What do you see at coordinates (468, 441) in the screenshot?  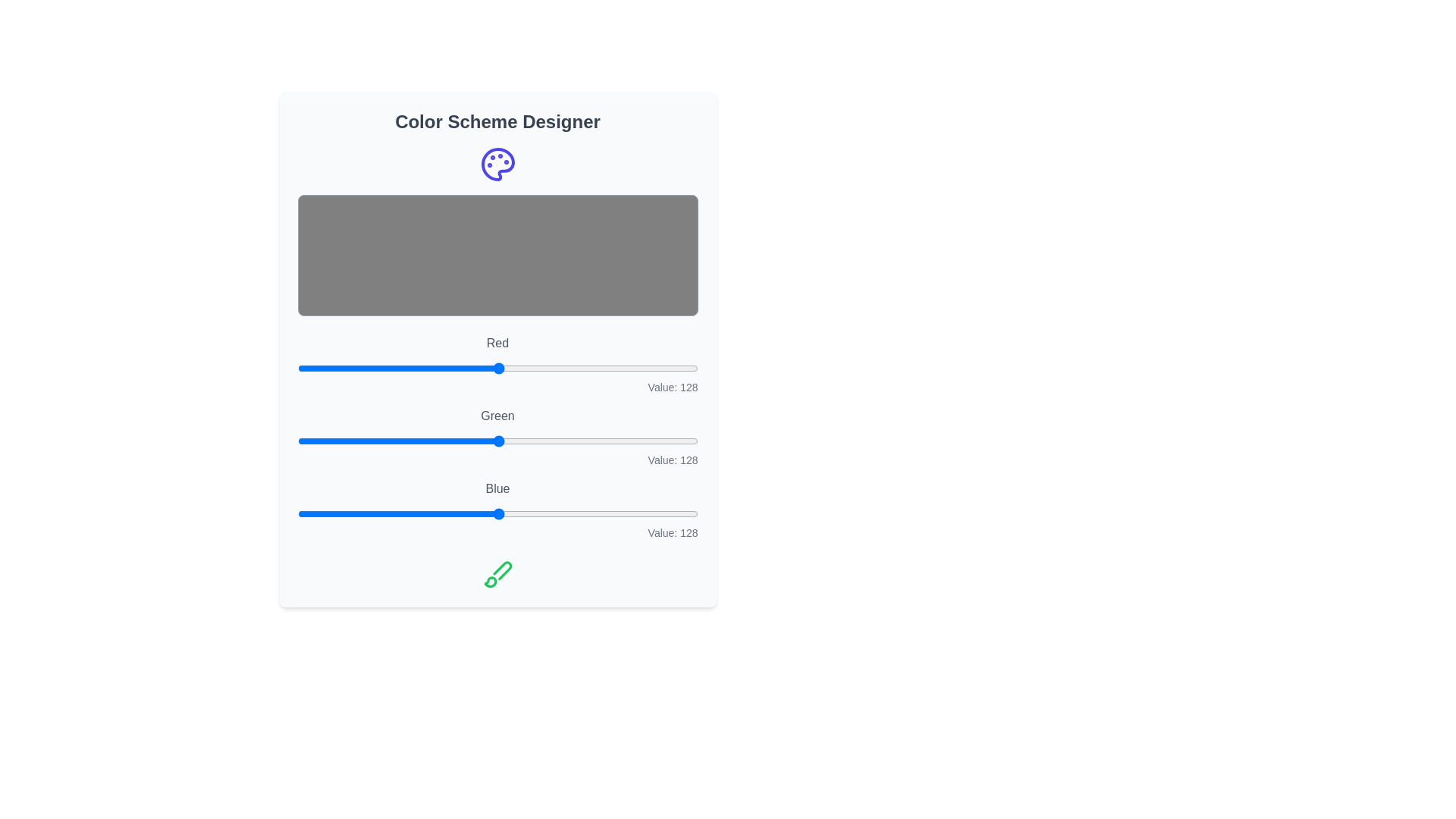 I see `the green color value` at bounding box center [468, 441].